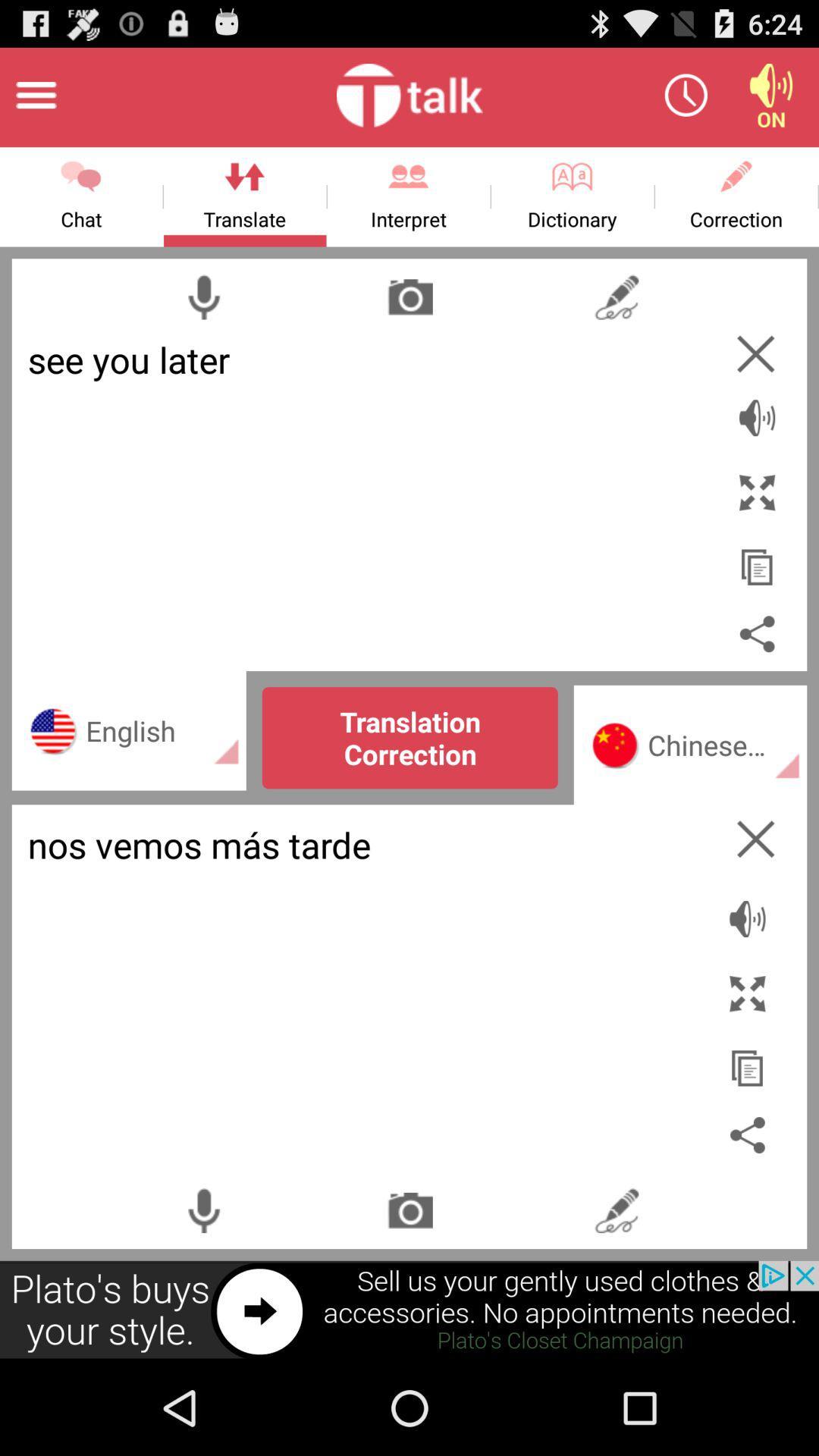 The width and height of the screenshot is (819, 1456). Describe the element at coordinates (755, 898) in the screenshot. I see `the close icon` at that location.